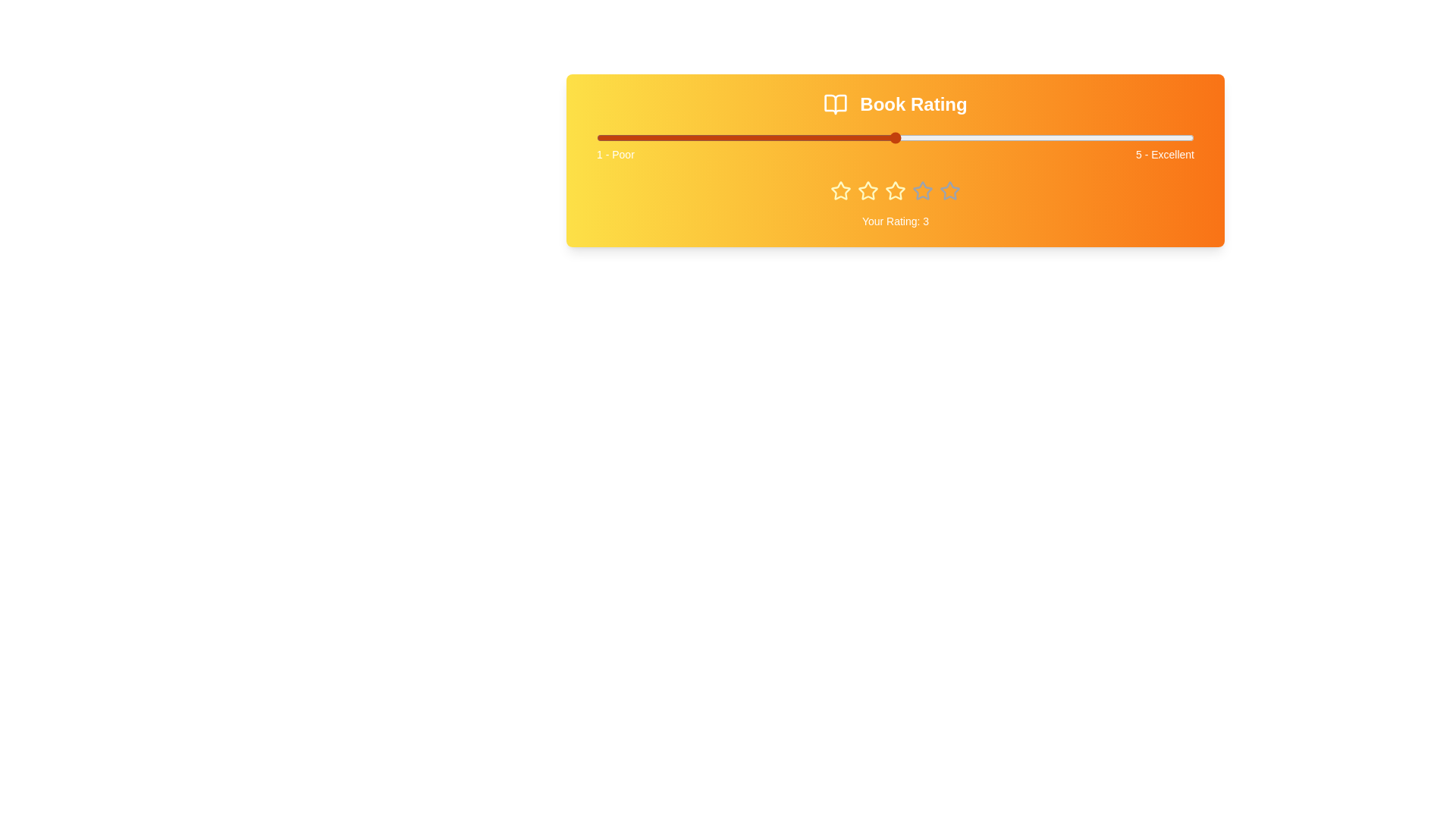 Image resolution: width=1456 pixels, height=819 pixels. What do you see at coordinates (868, 190) in the screenshot?
I see `the third star icon from the left in a horizontal sequence of five star icons` at bounding box center [868, 190].